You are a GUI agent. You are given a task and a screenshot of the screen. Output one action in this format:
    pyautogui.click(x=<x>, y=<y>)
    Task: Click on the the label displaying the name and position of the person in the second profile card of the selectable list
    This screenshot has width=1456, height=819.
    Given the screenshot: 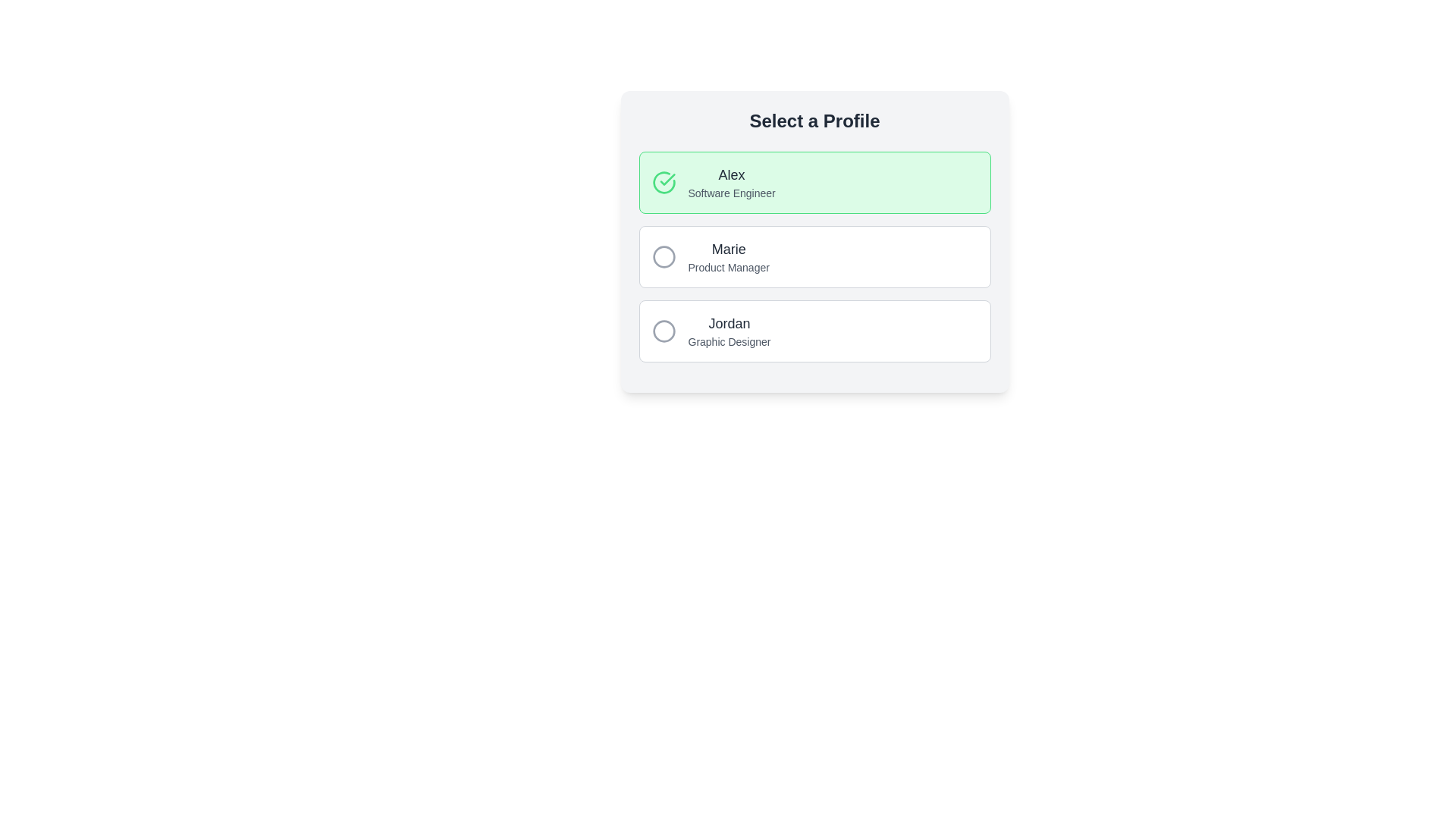 What is the action you would take?
    pyautogui.click(x=729, y=256)
    